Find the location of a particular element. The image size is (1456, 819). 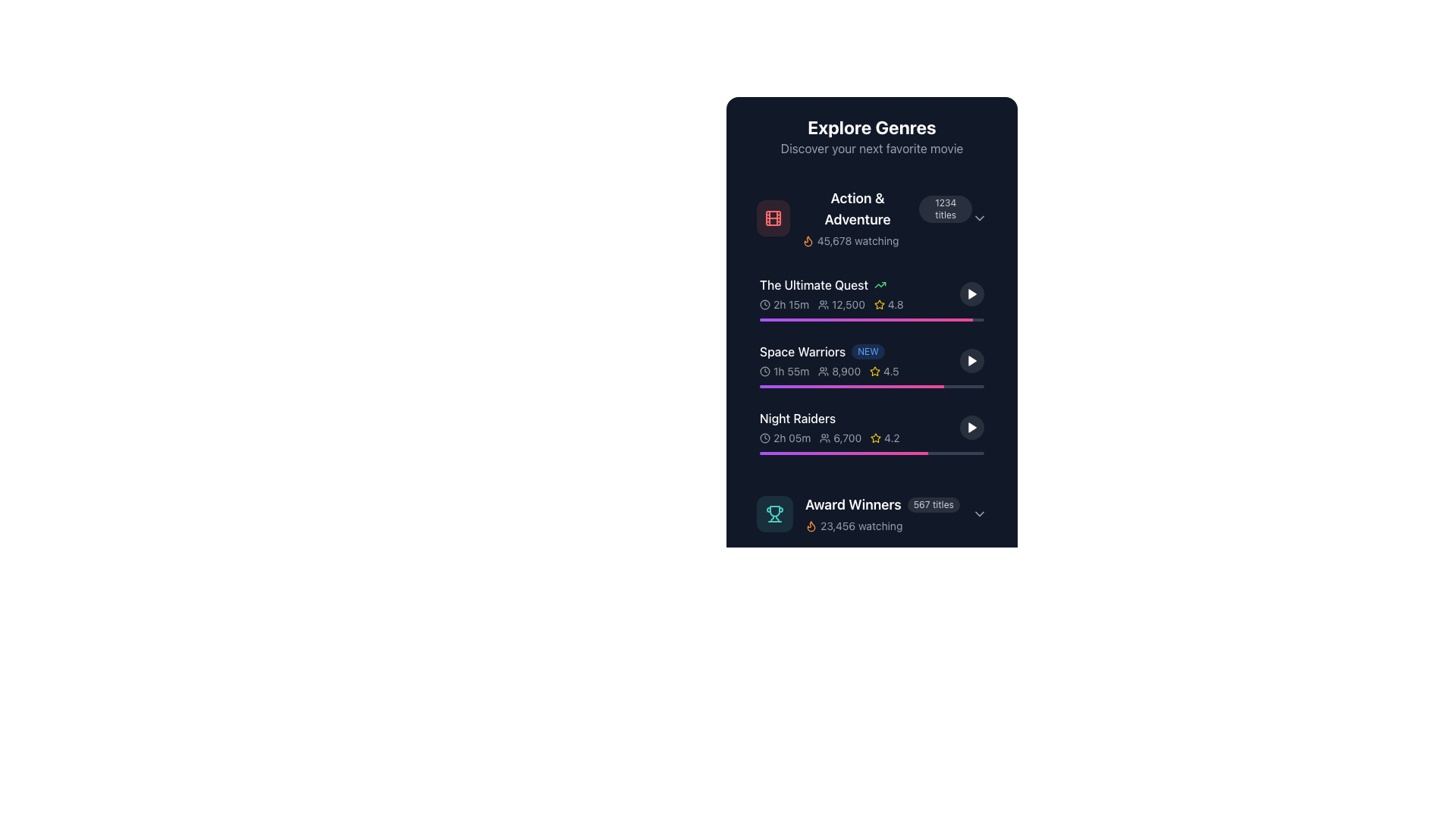

the progress bar located below 'The Ultimate Quest' entry to interact with it is located at coordinates (872, 318).